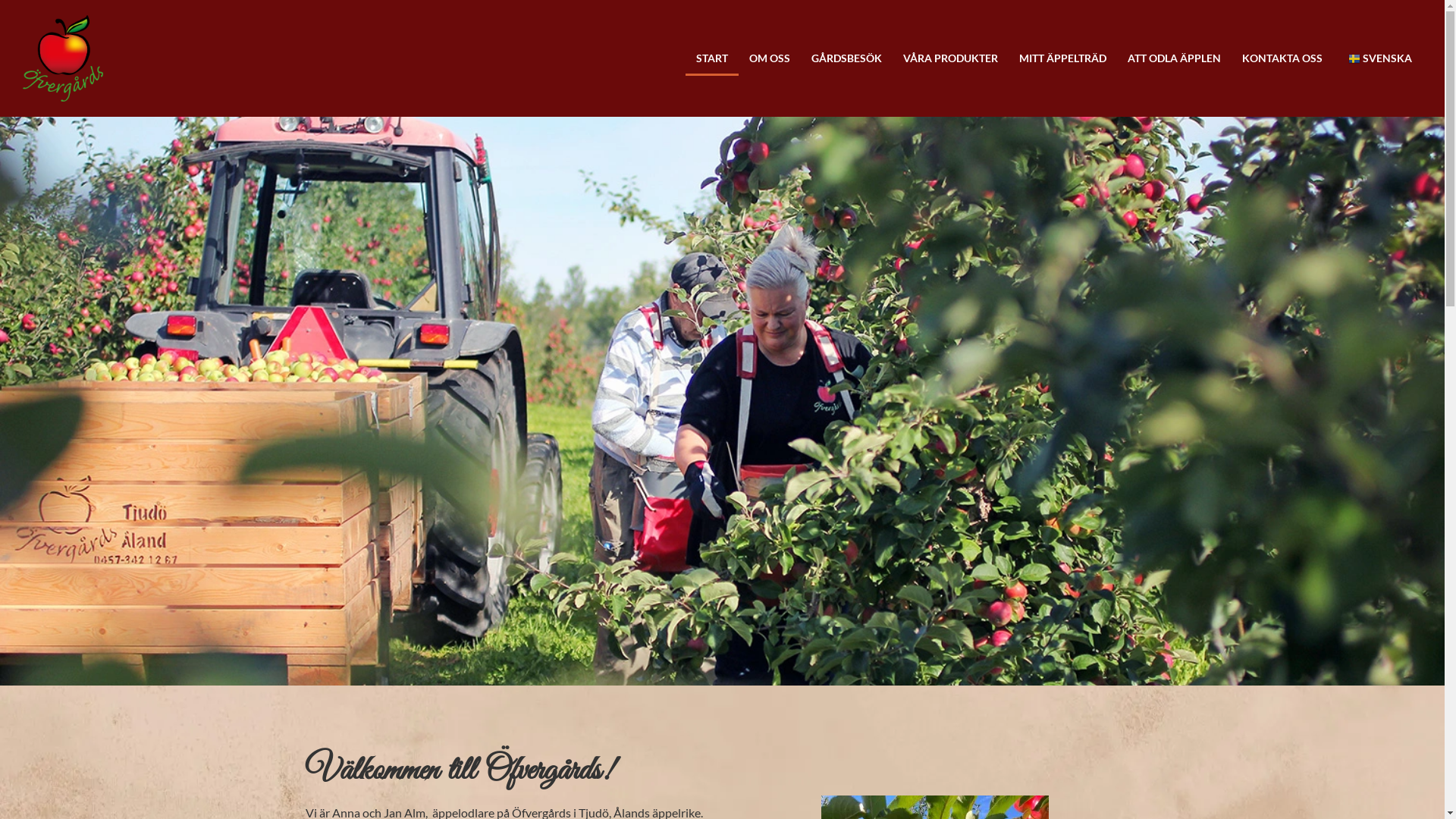 The height and width of the screenshot is (819, 1456). What do you see at coordinates (1332, 58) in the screenshot?
I see `'SVENSKA'` at bounding box center [1332, 58].